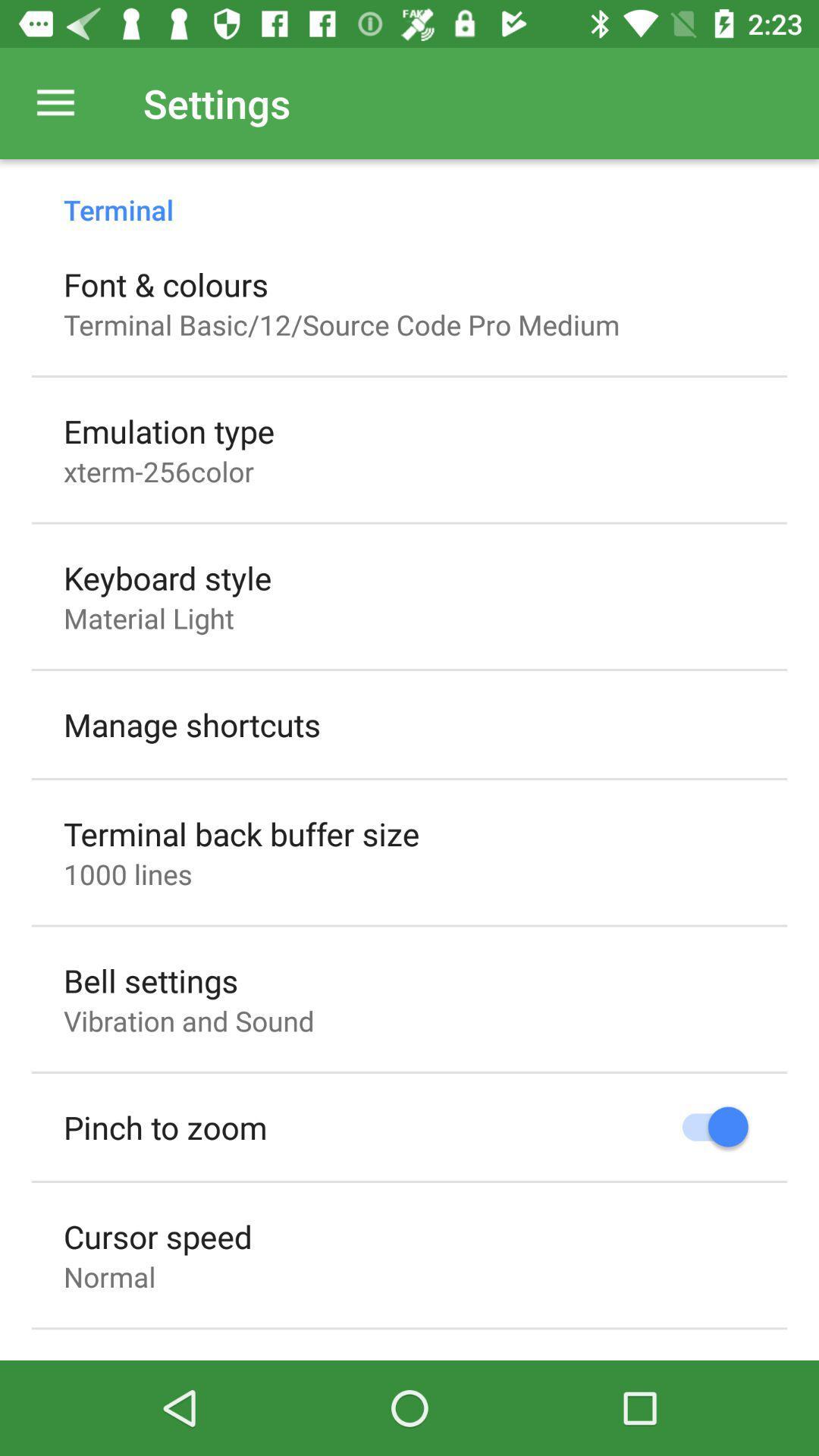 This screenshot has width=819, height=1456. I want to click on item below the pinch to zoom icon, so click(158, 1236).